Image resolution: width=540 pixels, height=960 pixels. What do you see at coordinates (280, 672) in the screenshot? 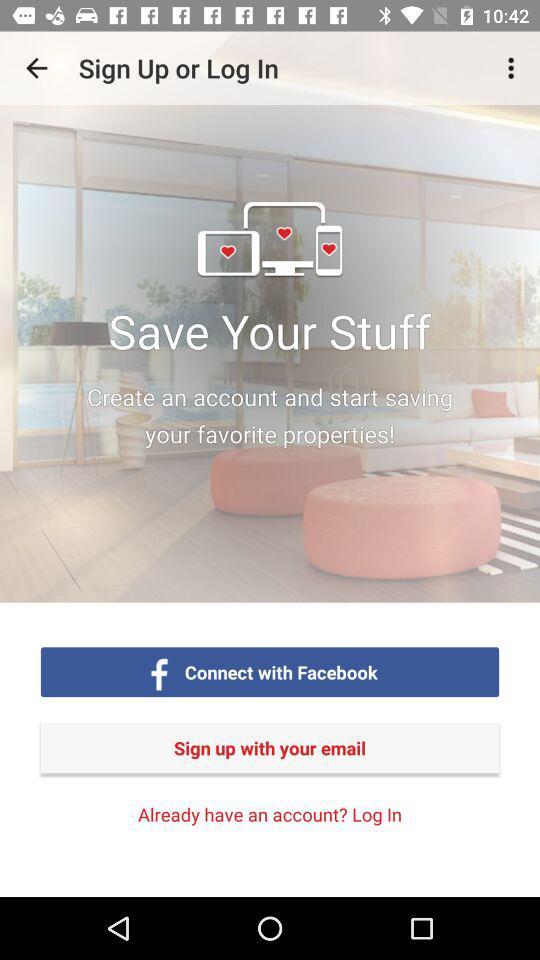
I see `the connect with facebook` at bounding box center [280, 672].